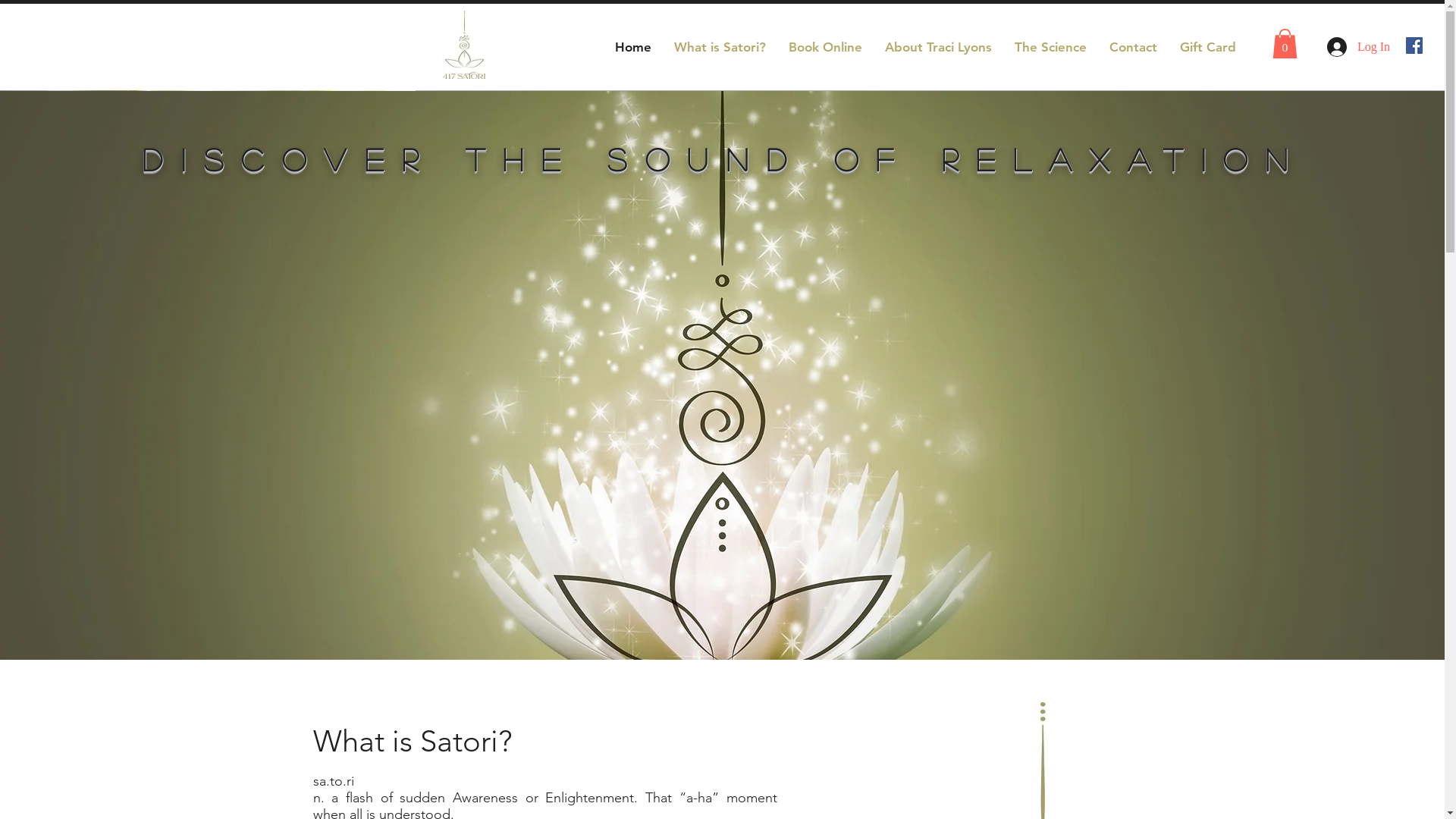 The width and height of the screenshot is (1456, 819). What do you see at coordinates (662, 46) in the screenshot?
I see `'What is Satori?'` at bounding box center [662, 46].